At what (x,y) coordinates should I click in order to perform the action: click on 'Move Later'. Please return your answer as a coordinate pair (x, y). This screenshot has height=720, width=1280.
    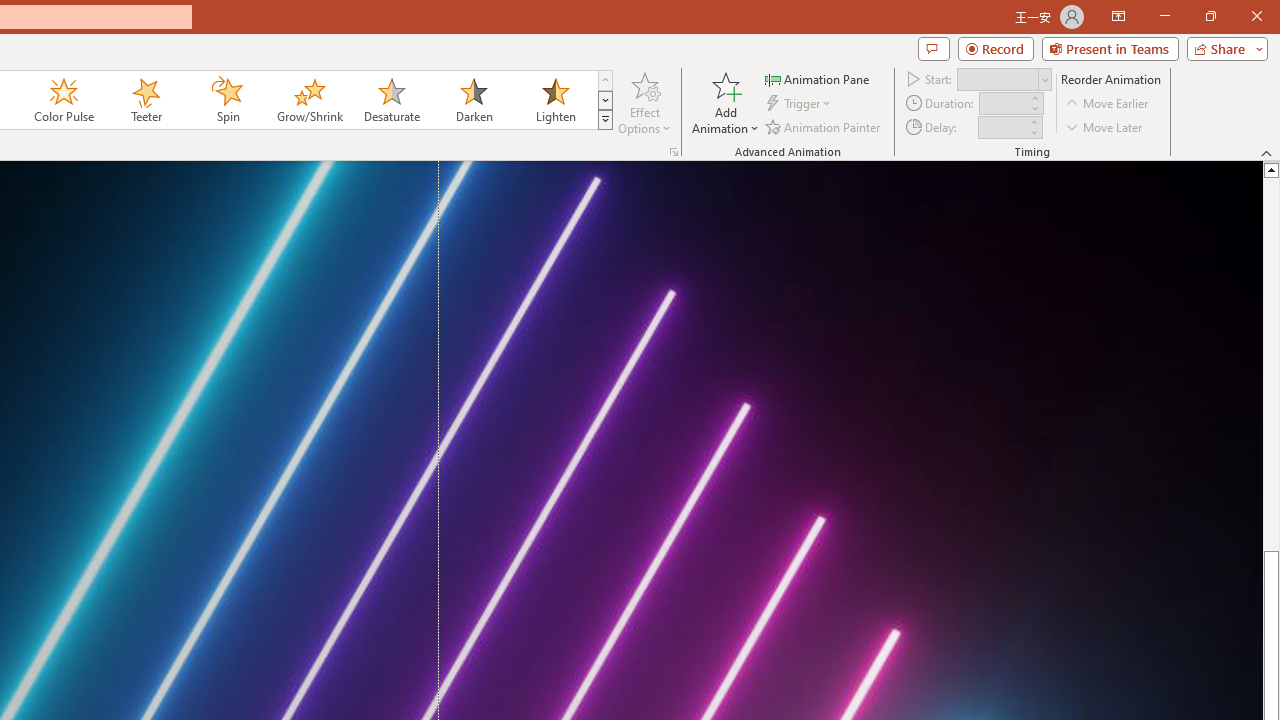
    Looking at the image, I should click on (1104, 127).